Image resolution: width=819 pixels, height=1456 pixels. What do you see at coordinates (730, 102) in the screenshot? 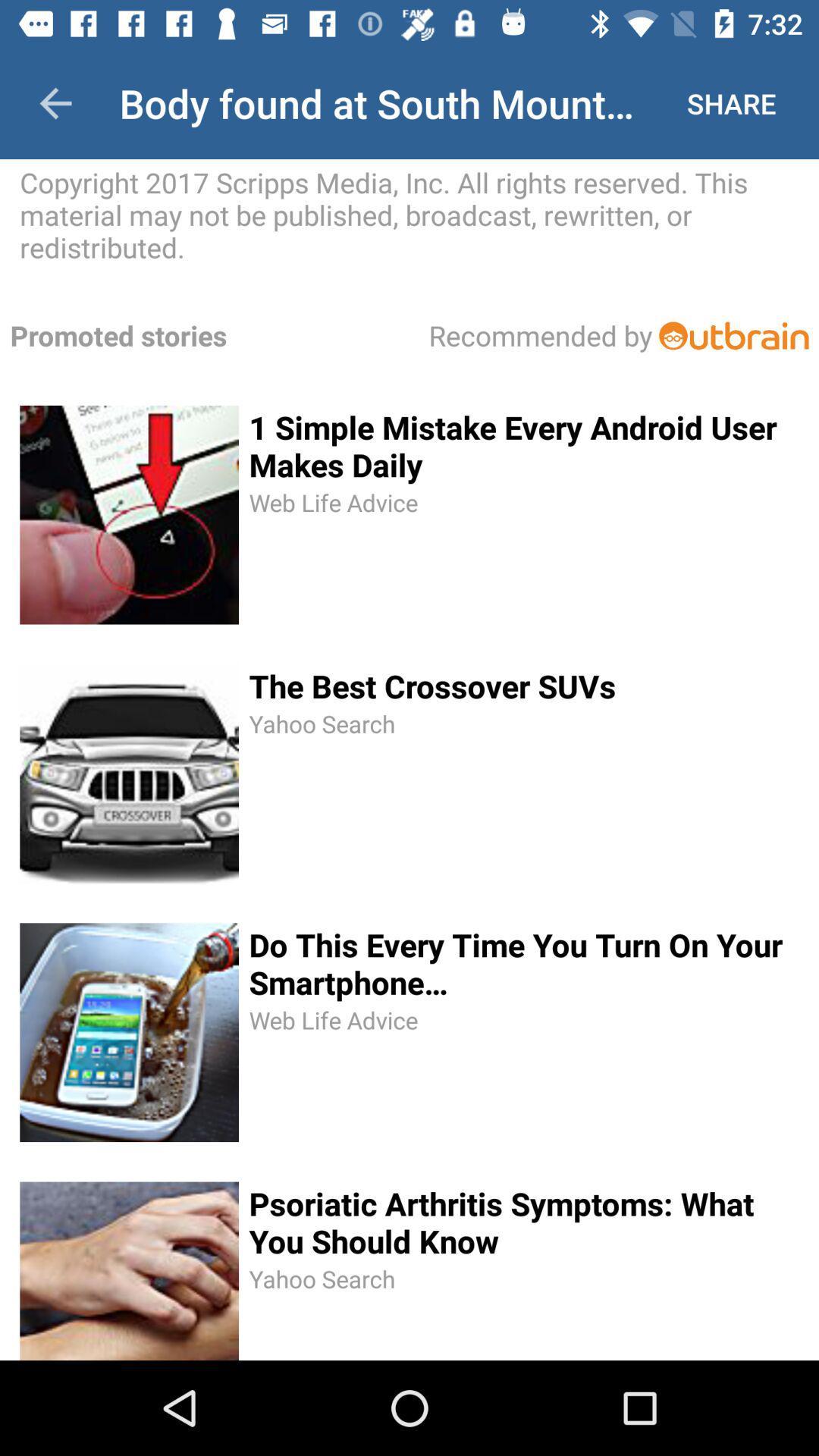
I see `item above copyright 2017 scripps item` at bounding box center [730, 102].